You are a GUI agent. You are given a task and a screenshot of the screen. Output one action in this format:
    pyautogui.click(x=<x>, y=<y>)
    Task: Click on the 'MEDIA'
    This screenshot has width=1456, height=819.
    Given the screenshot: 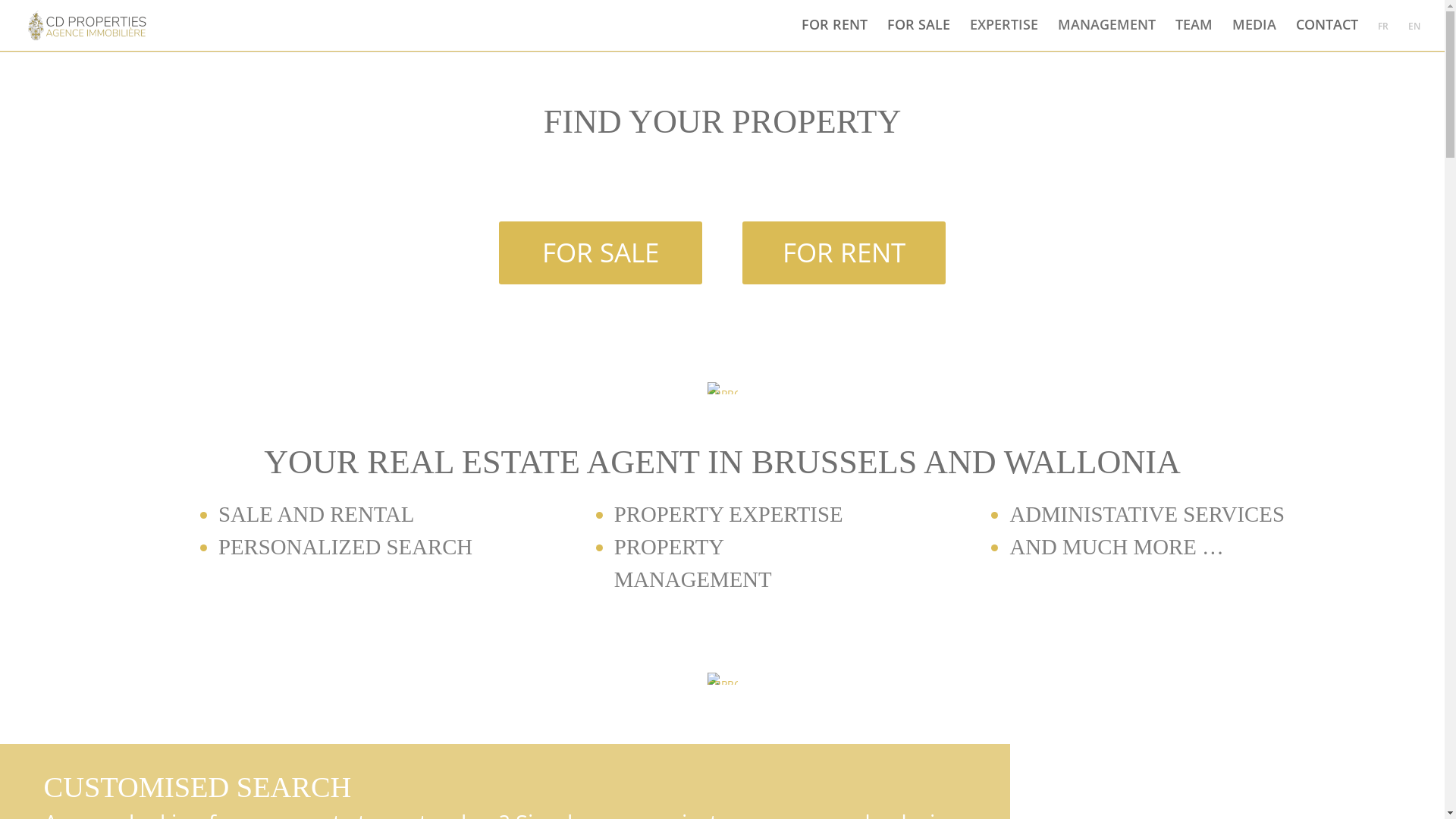 What is the action you would take?
    pyautogui.click(x=1254, y=33)
    